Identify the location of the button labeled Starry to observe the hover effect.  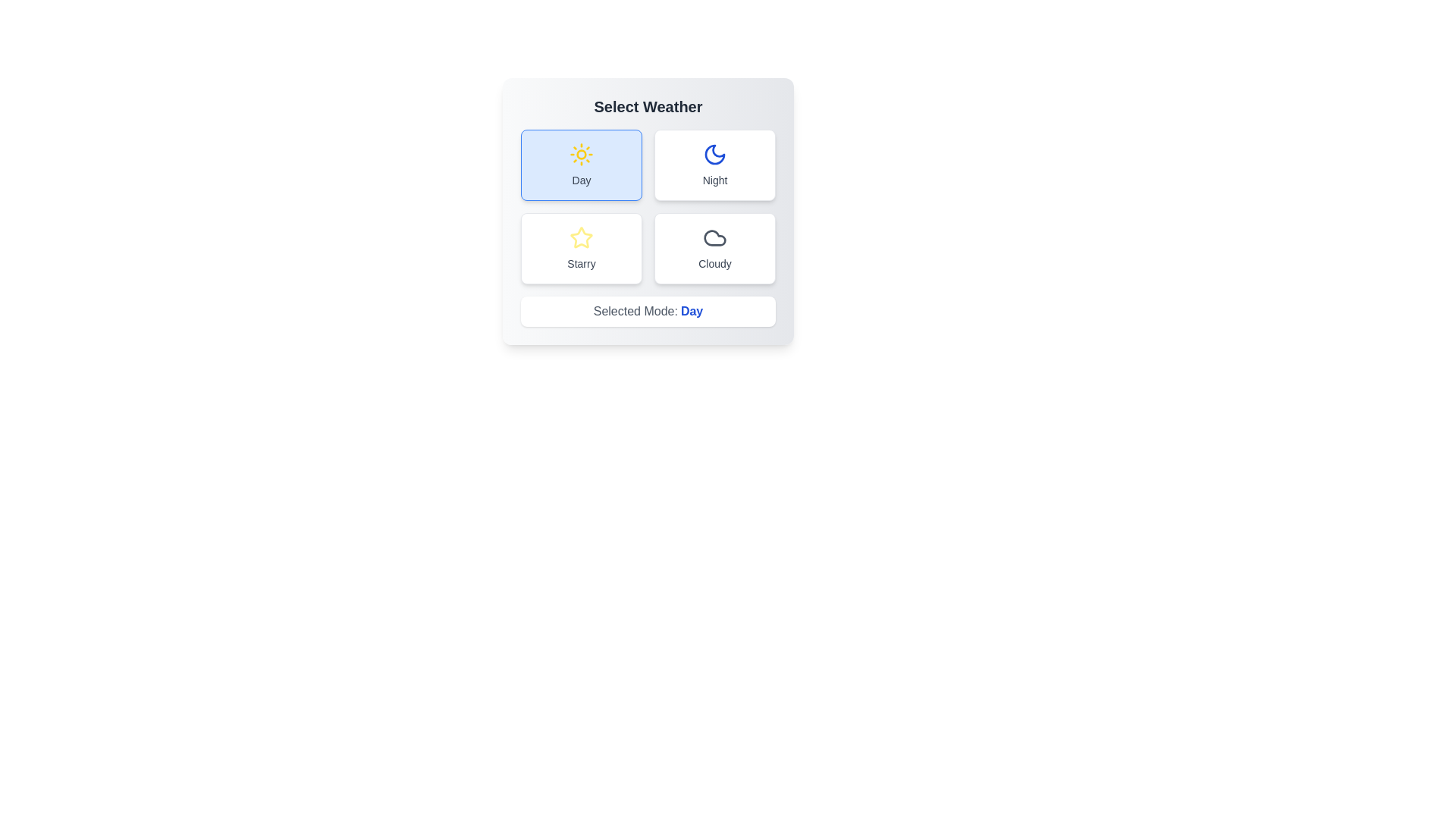
(581, 247).